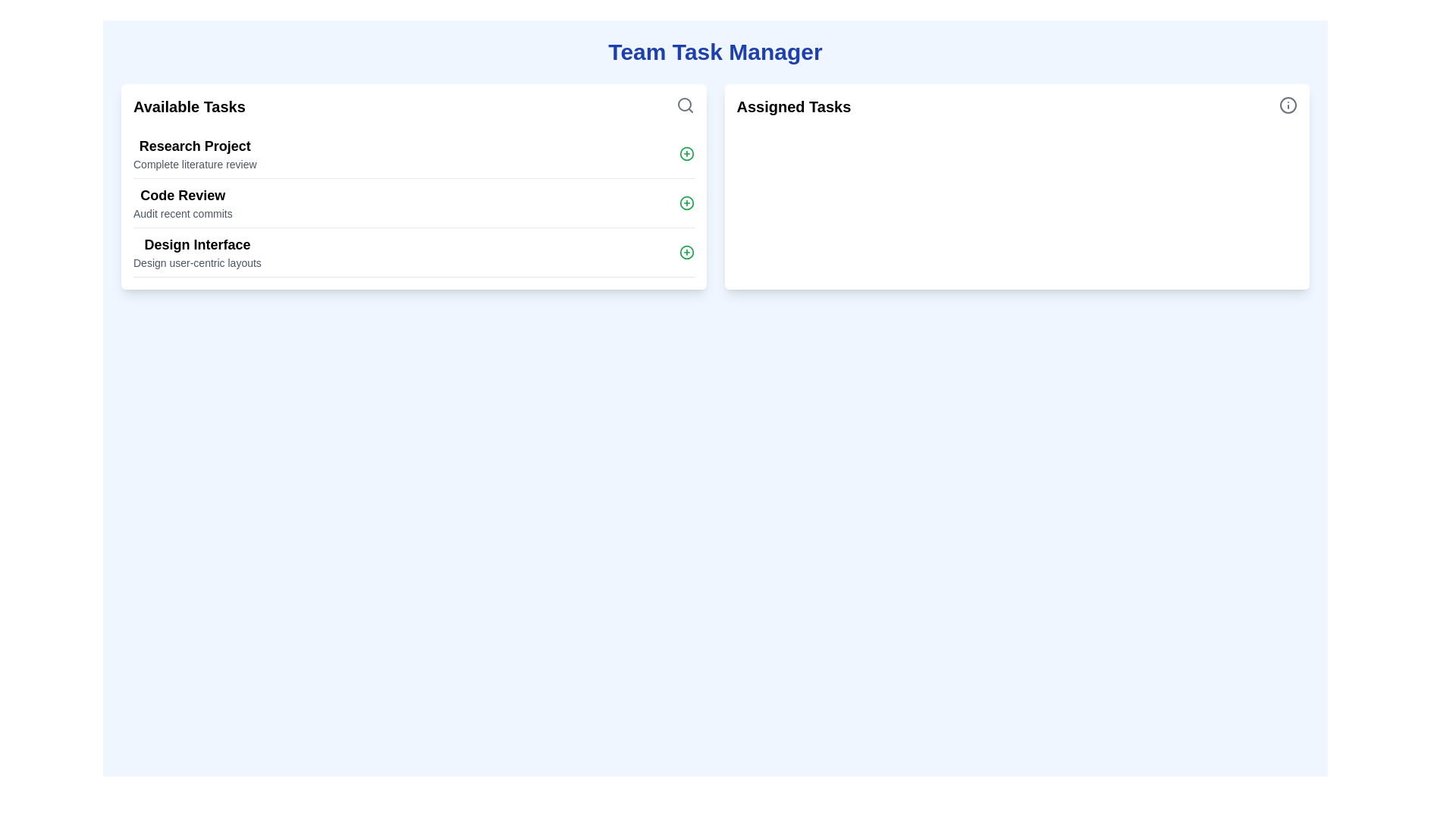 This screenshot has height=819, width=1456. What do you see at coordinates (1288, 104) in the screenshot?
I see `the circular outline in the SVG graphic element that represents an 'info' symbol, located in the upper-right corner of the 'Assigned Tasks' panel` at bounding box center [1288, 104].